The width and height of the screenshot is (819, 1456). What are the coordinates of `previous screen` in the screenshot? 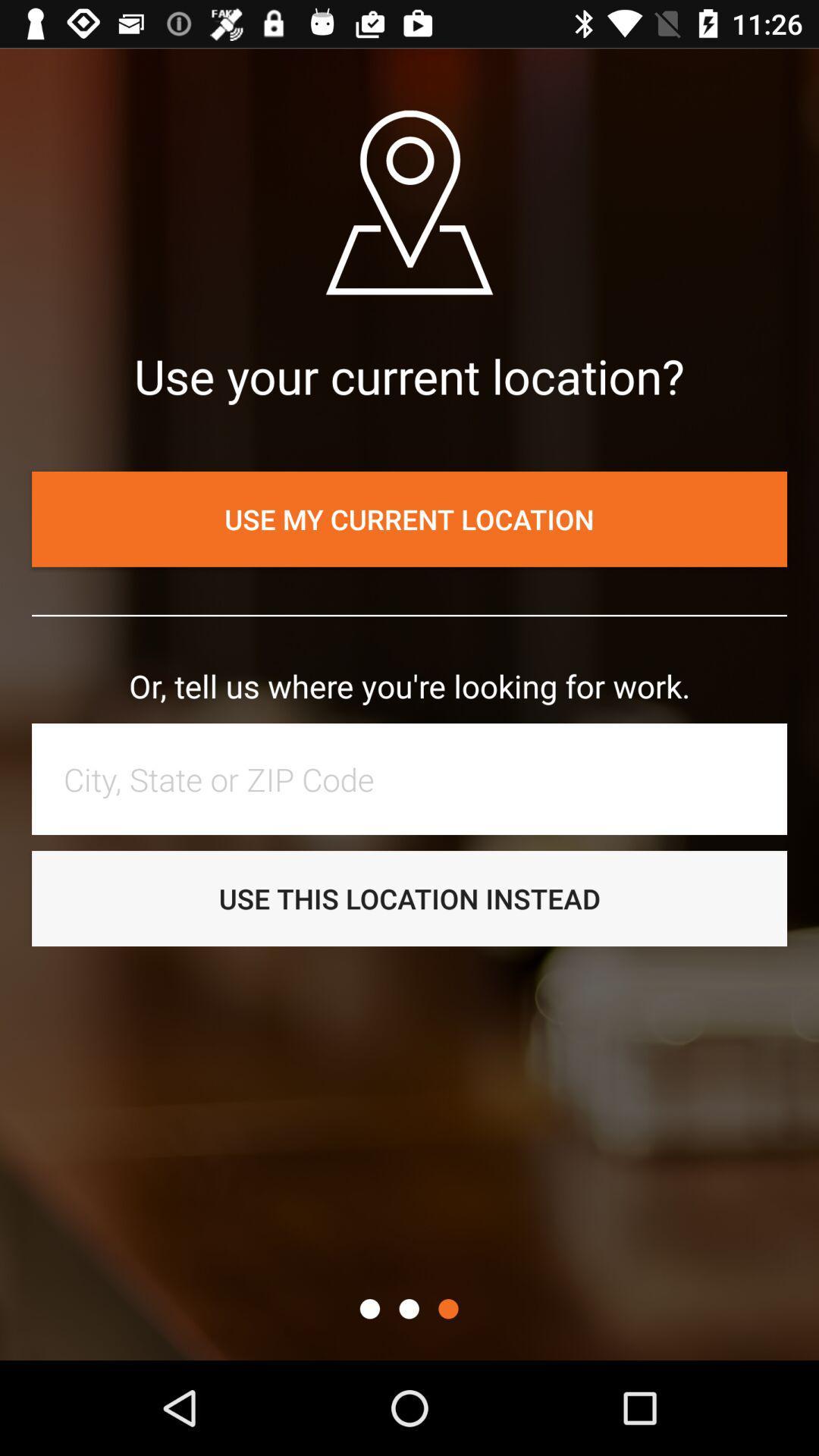 It's located at (408, 1308).